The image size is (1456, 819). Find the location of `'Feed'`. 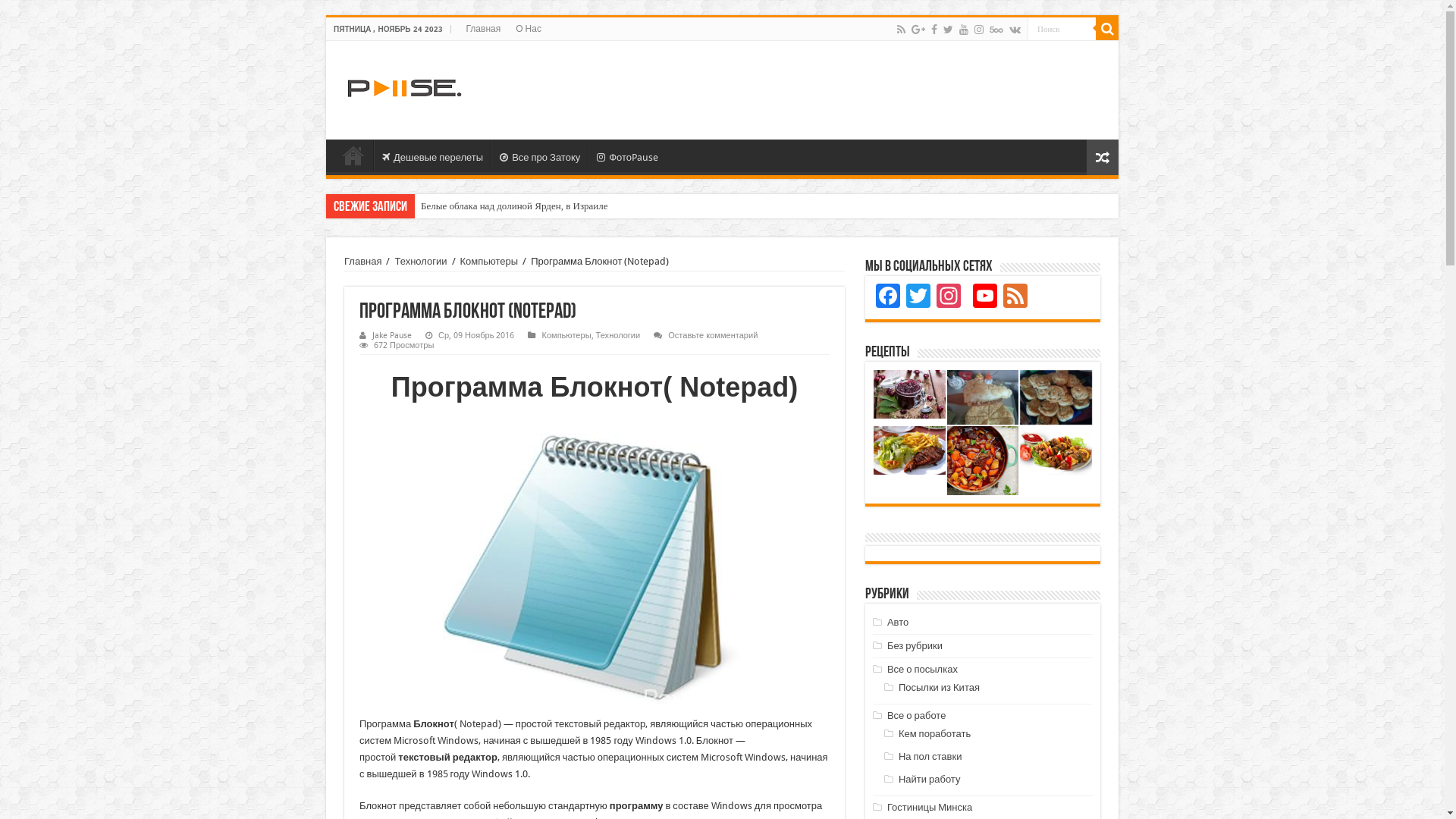

'Feed' is located at coordinates (1015, 297).